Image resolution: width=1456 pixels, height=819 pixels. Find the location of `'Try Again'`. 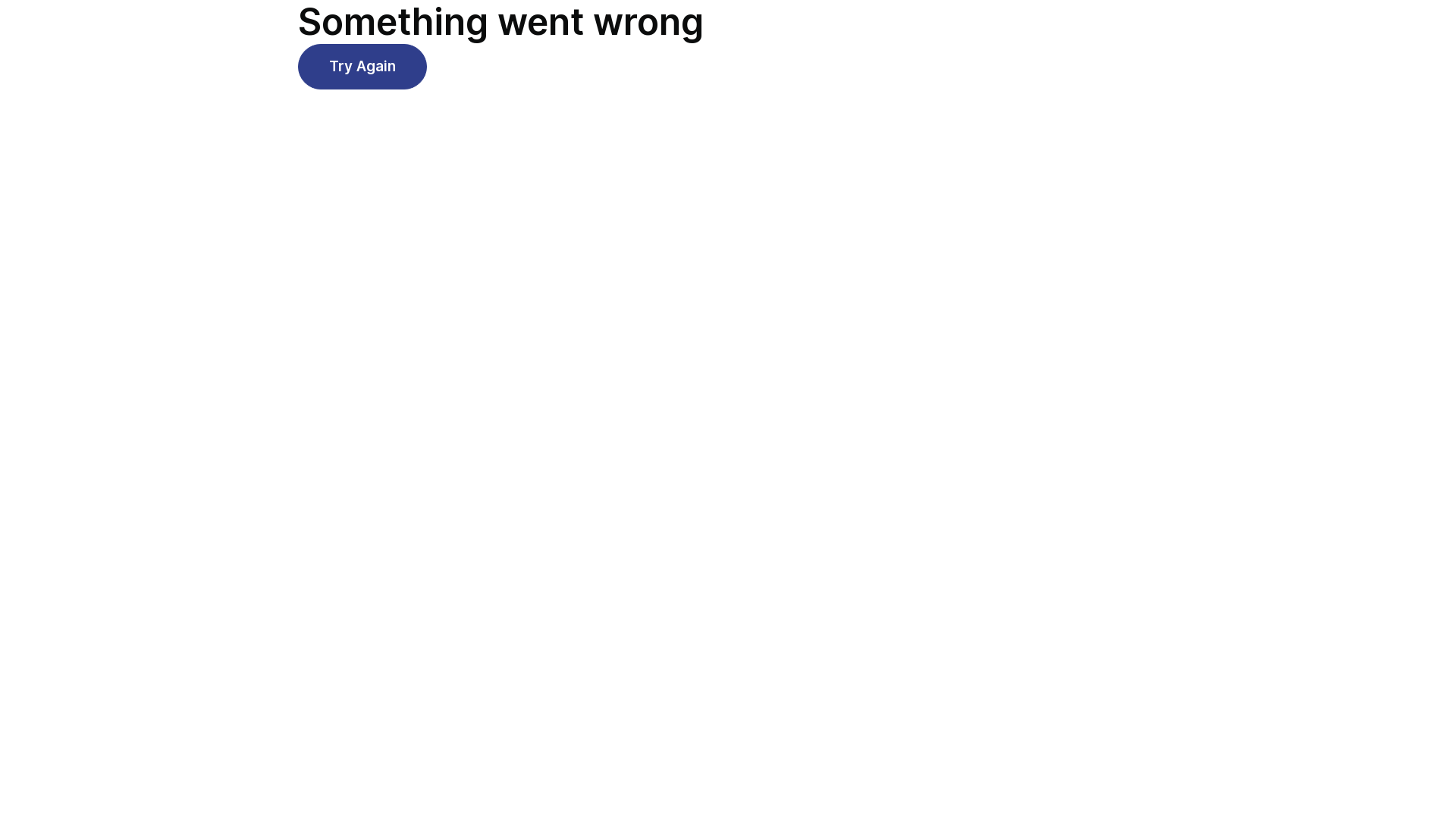

'Try Again' is located at coordinates (362, 66).